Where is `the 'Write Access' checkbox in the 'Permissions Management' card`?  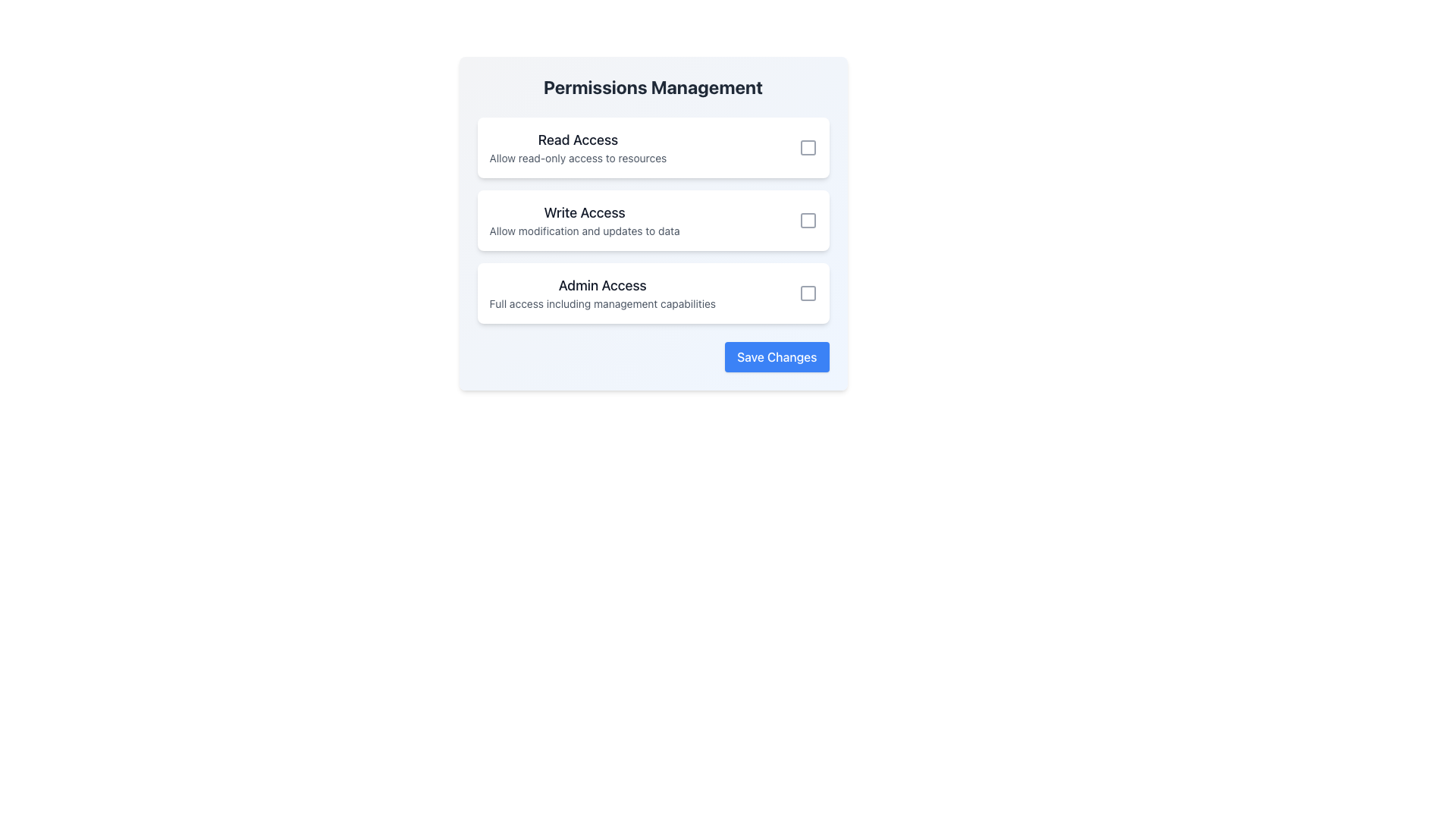
the 'Write Access' checkbox in the 'Permissions Management' card is located at coordinates (653, 220).